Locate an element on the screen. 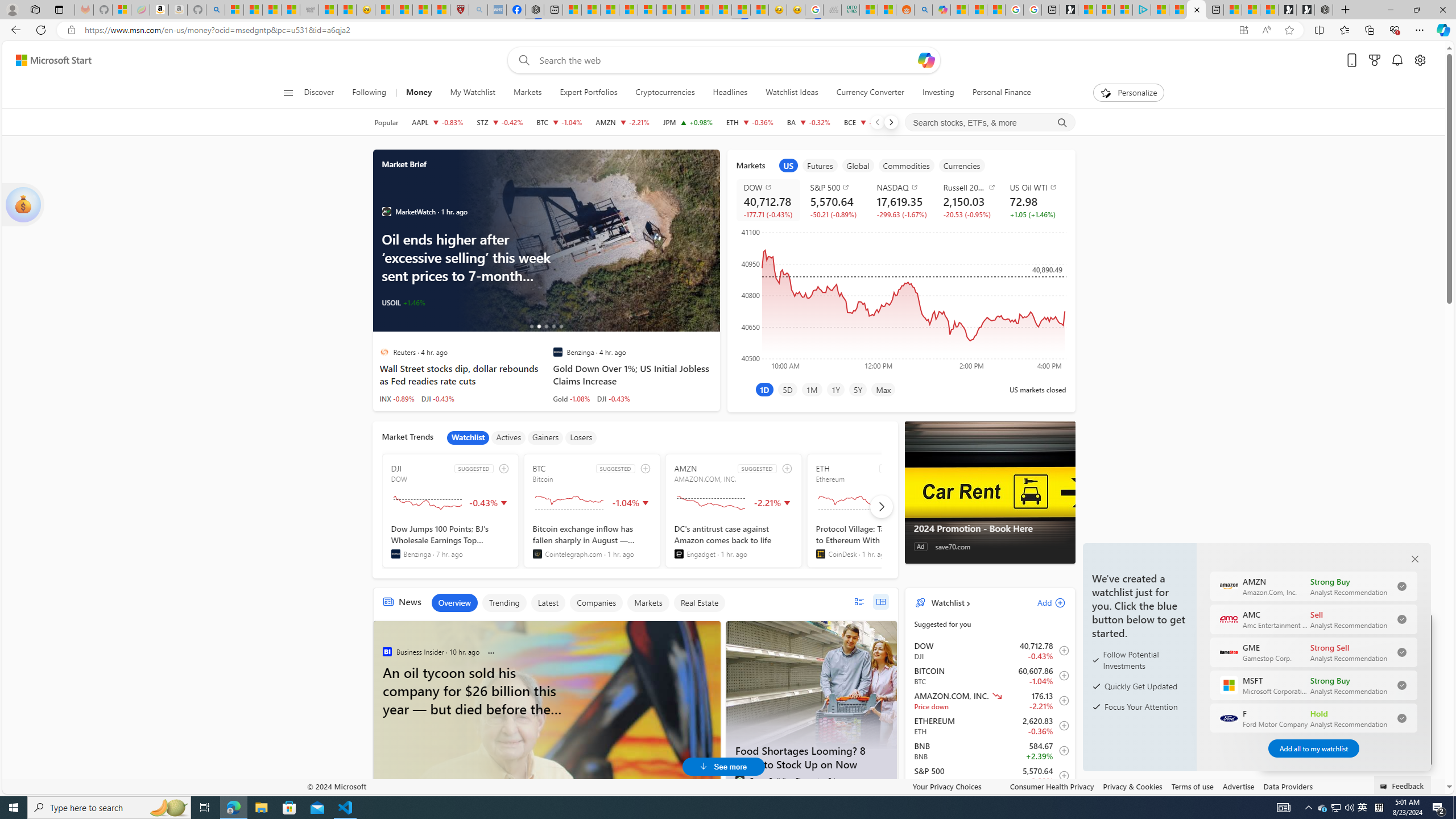 This screenshot has height=819, width=1456. 'Business Insider' is located at coordinates (386, 651).